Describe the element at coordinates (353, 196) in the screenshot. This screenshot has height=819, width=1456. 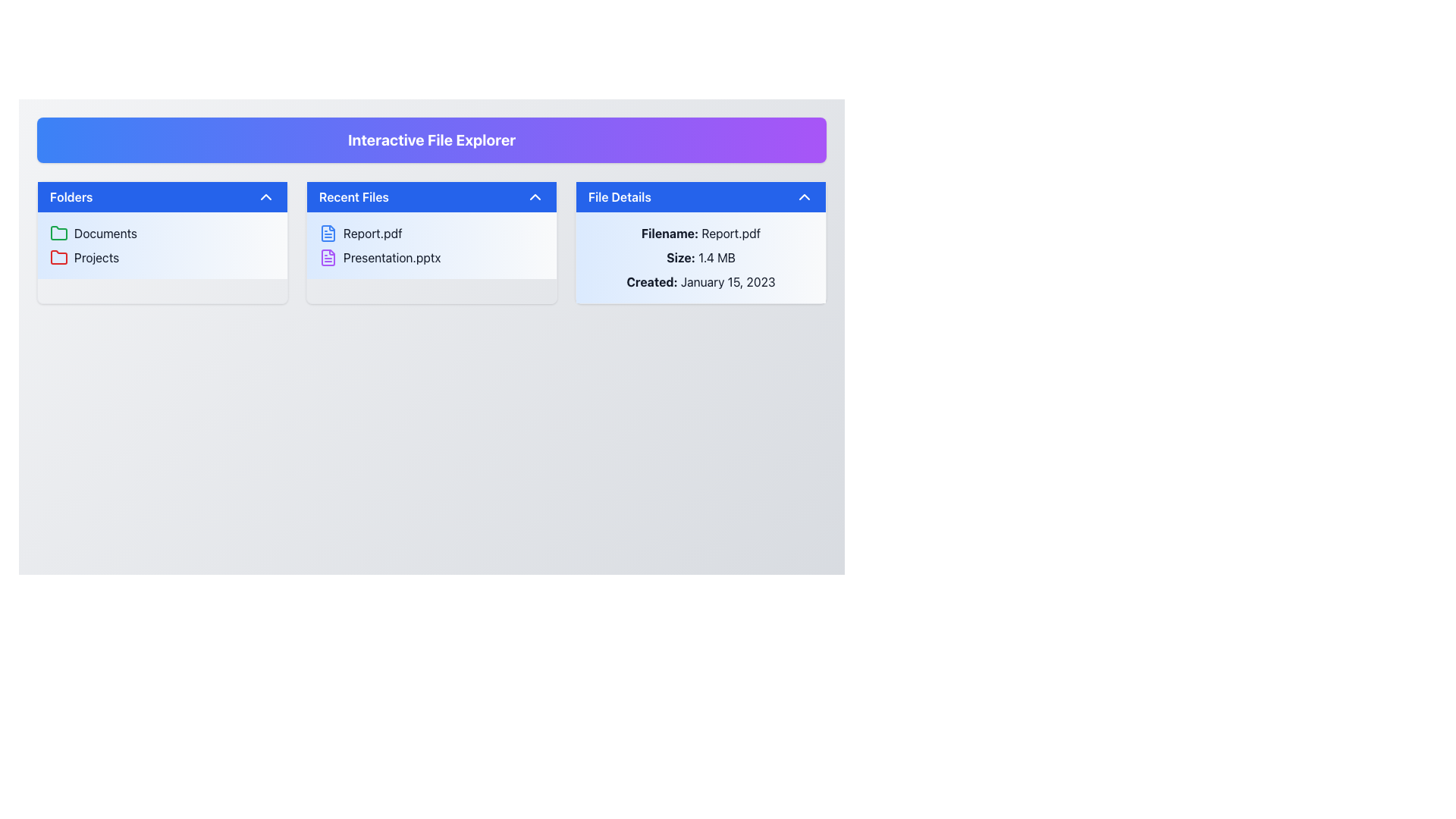
I see `the 'Recent Files' text label, which is displayed in bold white font on a blue background and is centrally positioned in the middle section of its row` at that location.